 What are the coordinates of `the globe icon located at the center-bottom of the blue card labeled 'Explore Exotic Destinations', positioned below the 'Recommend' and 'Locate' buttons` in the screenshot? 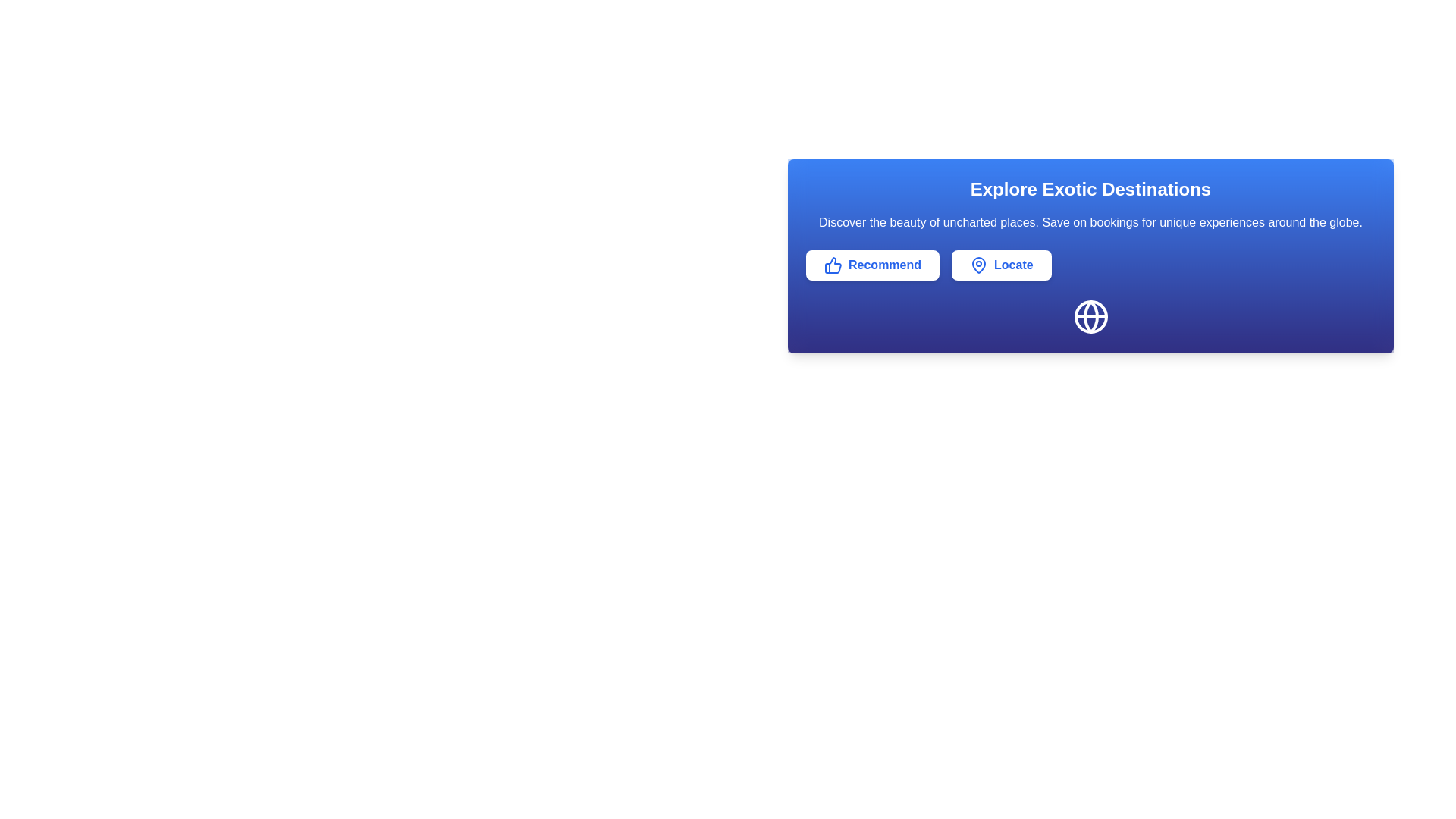 It's located at (1090, 315).